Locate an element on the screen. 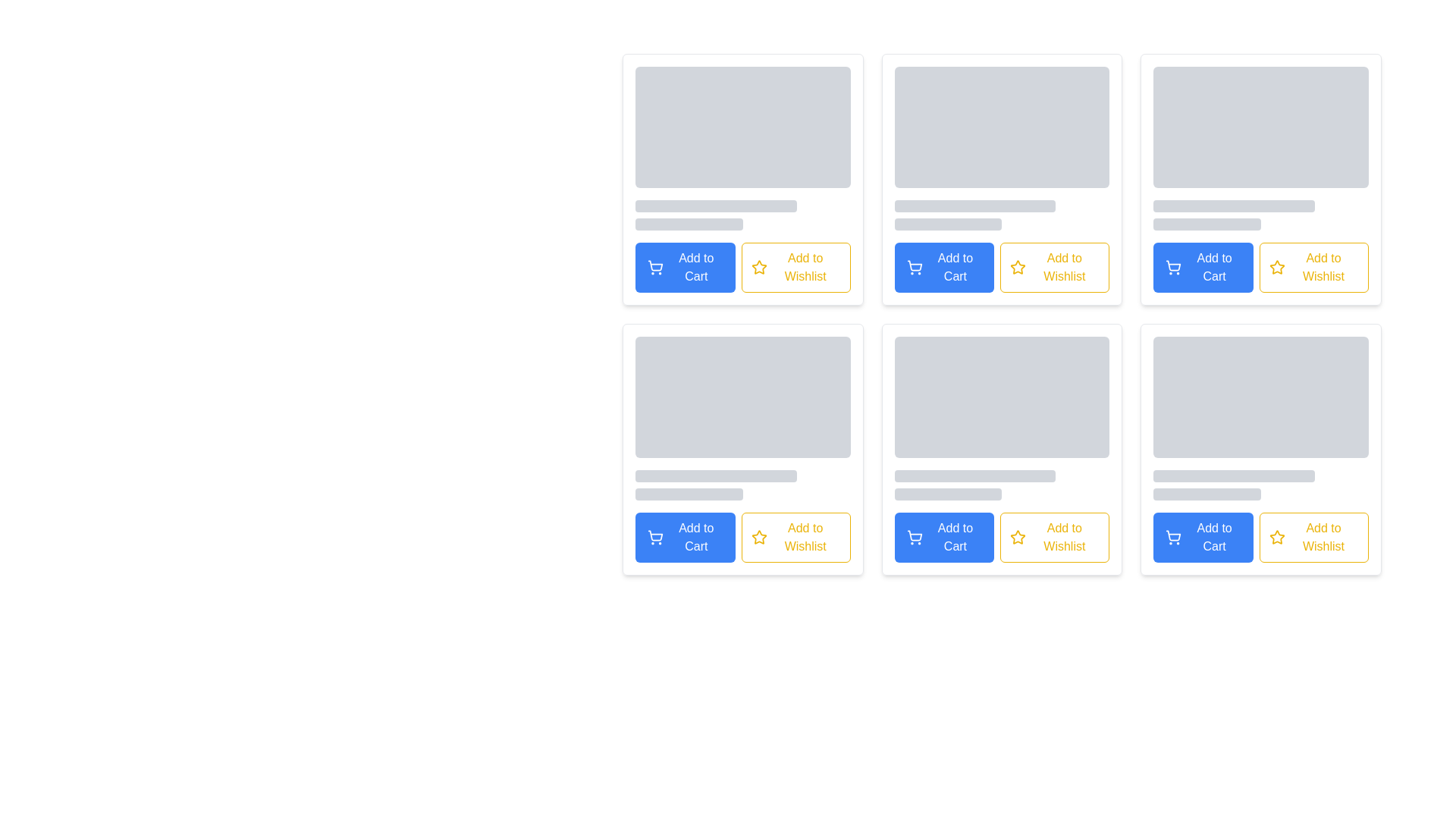 The image size is (1456, 819). the shopping cart icon located to the left of the 'Add to Cart' button within the product card is located at coordinates (914, 535).